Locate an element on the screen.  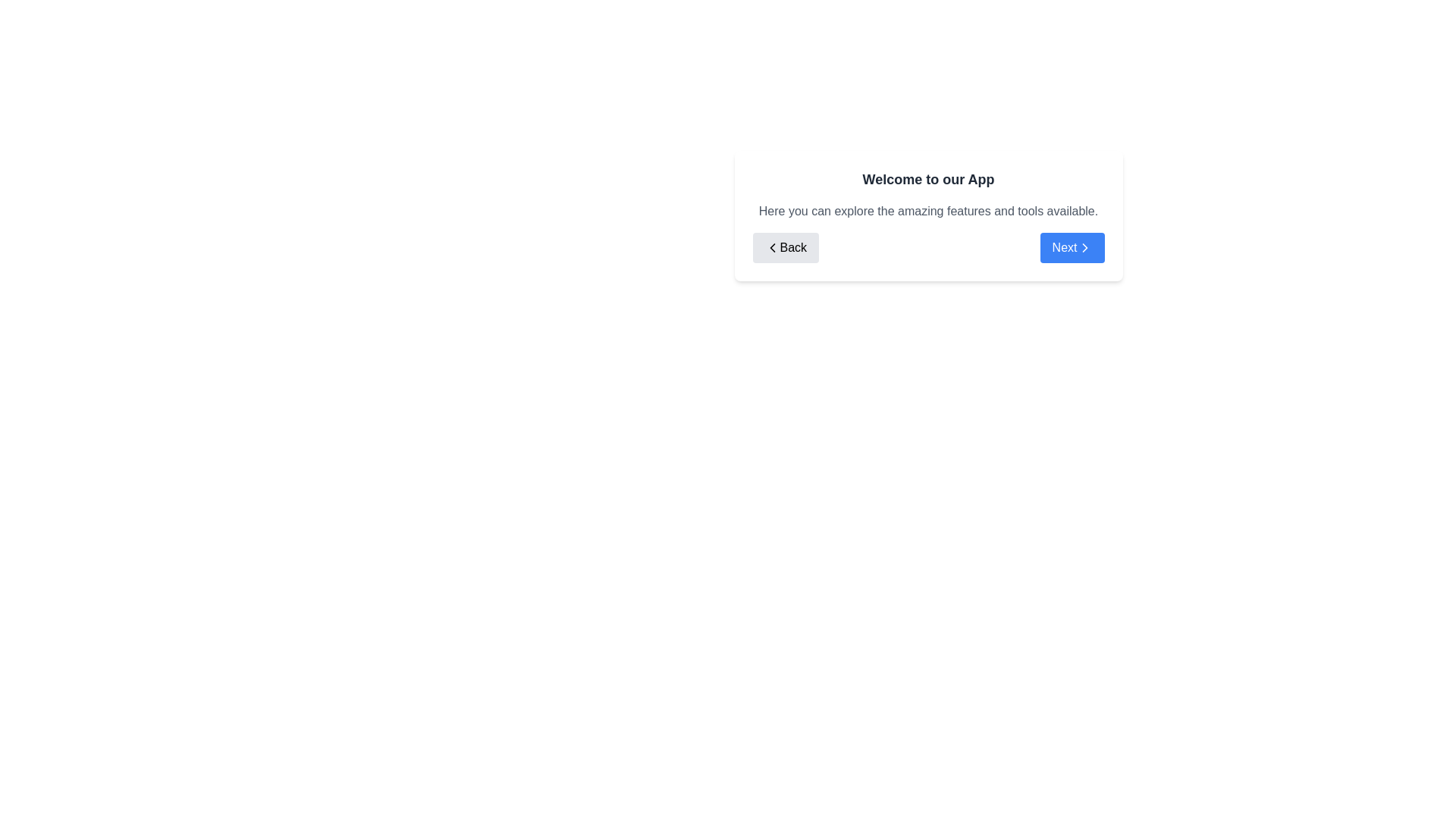
the rightward-pointing chevron icon within the 'Next' button, which has a blue background and white text, located at the bottom-right corner of the dialog box is located at coordinates (1084, 247).